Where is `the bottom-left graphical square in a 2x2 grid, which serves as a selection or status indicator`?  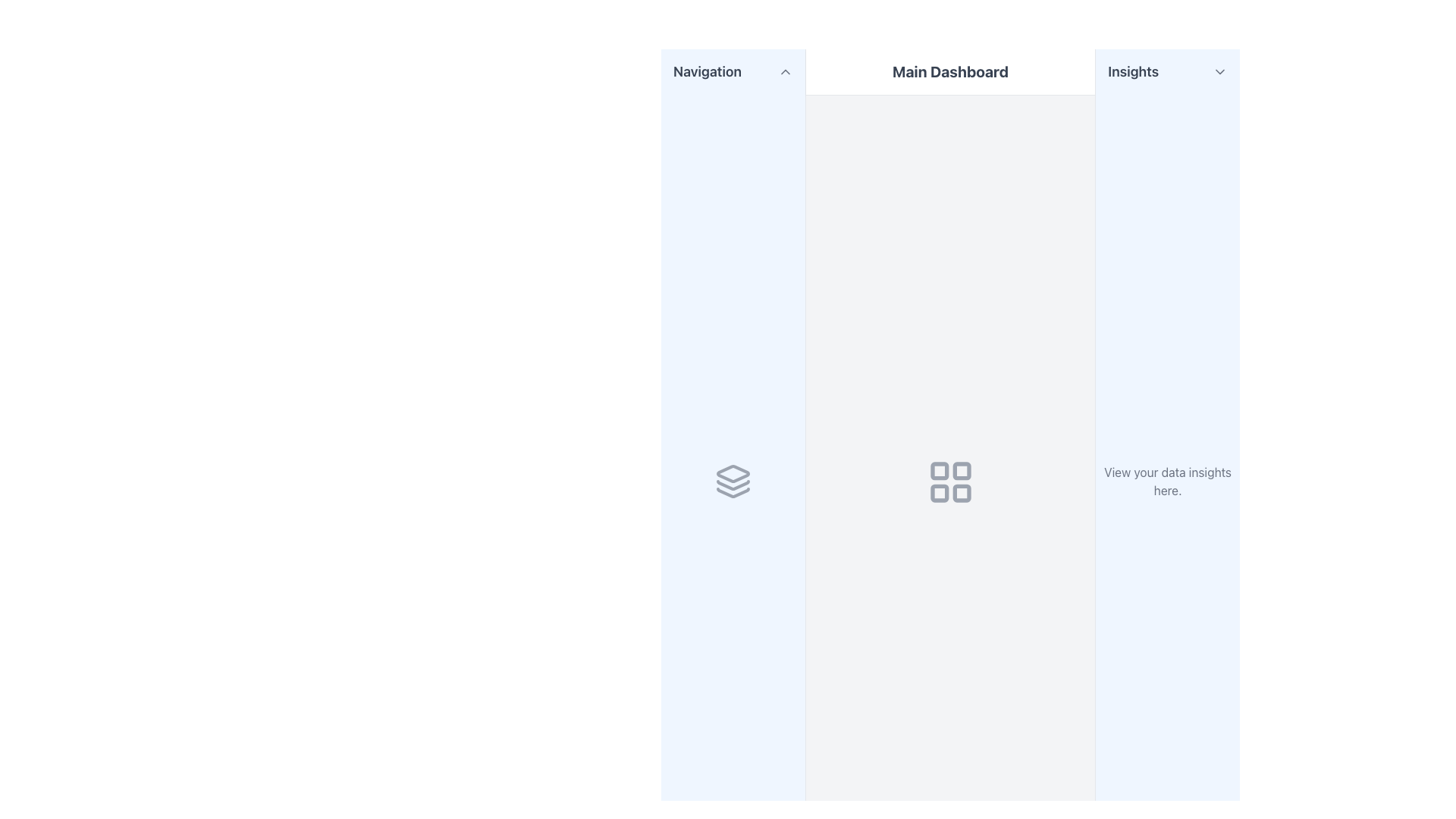 the bottom-left graphical square in a 2x2 grid, which serves as a selection or status indicator is located at coordinates (938, 493).